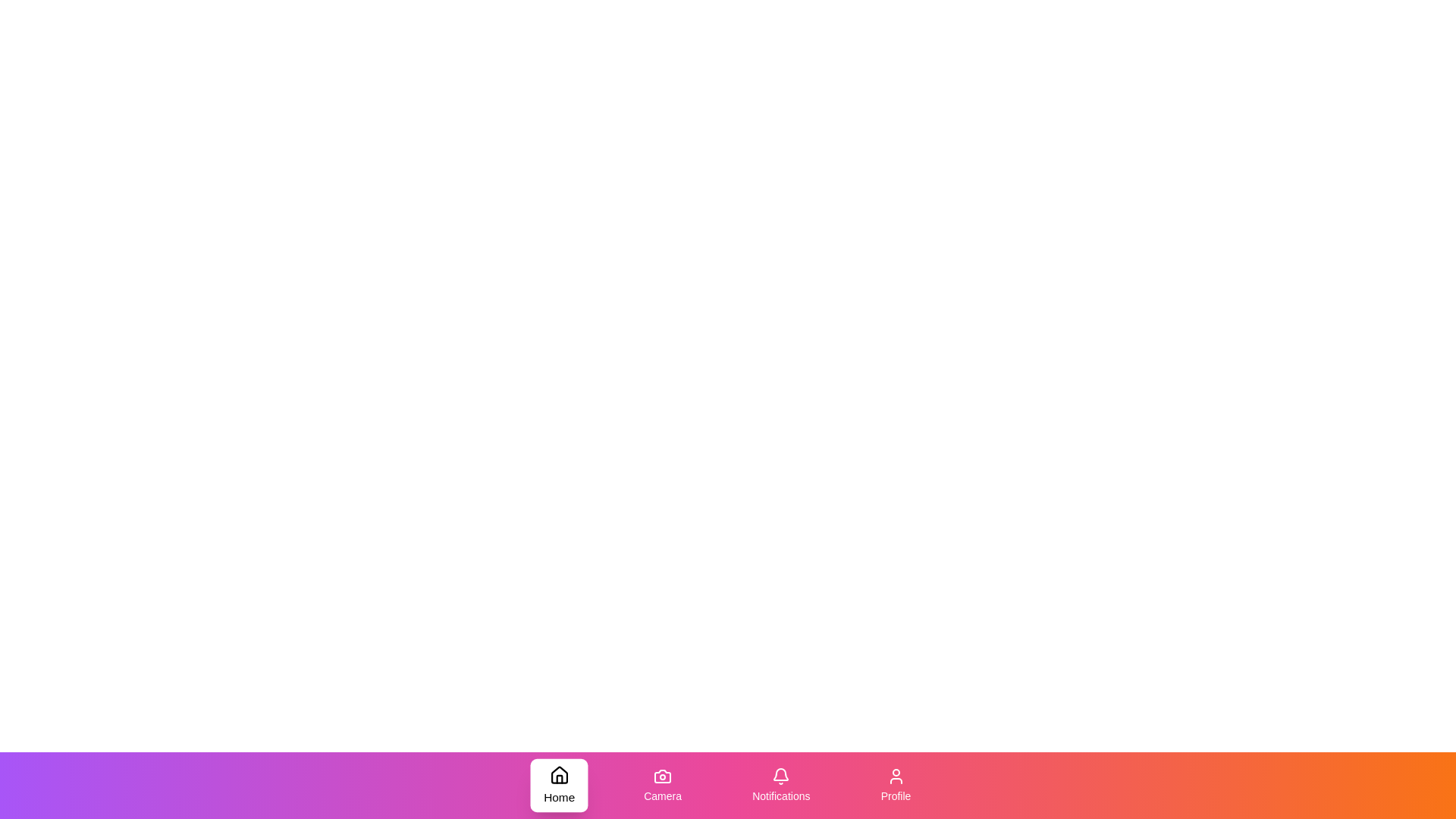 The height and width of the screenshot is (819, 1456). Describe the element at coordinates (662, 785) in the screenshot. I see `the Camera tab in the bottom navigation bar` at that location.